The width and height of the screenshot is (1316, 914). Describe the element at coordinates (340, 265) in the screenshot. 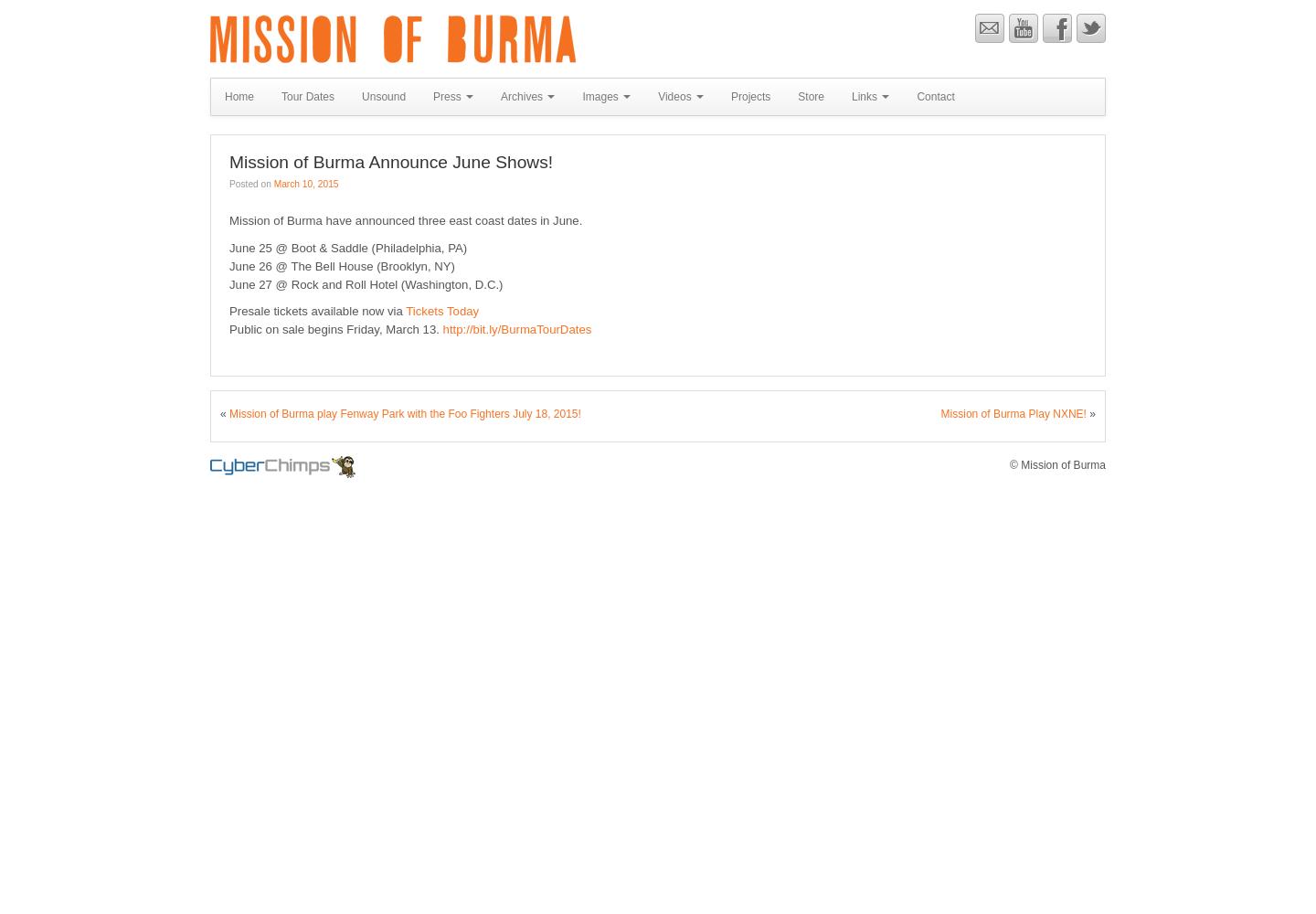

I see `'June 26 @ The Bell House (Brooklyn, NY)'` at that location.